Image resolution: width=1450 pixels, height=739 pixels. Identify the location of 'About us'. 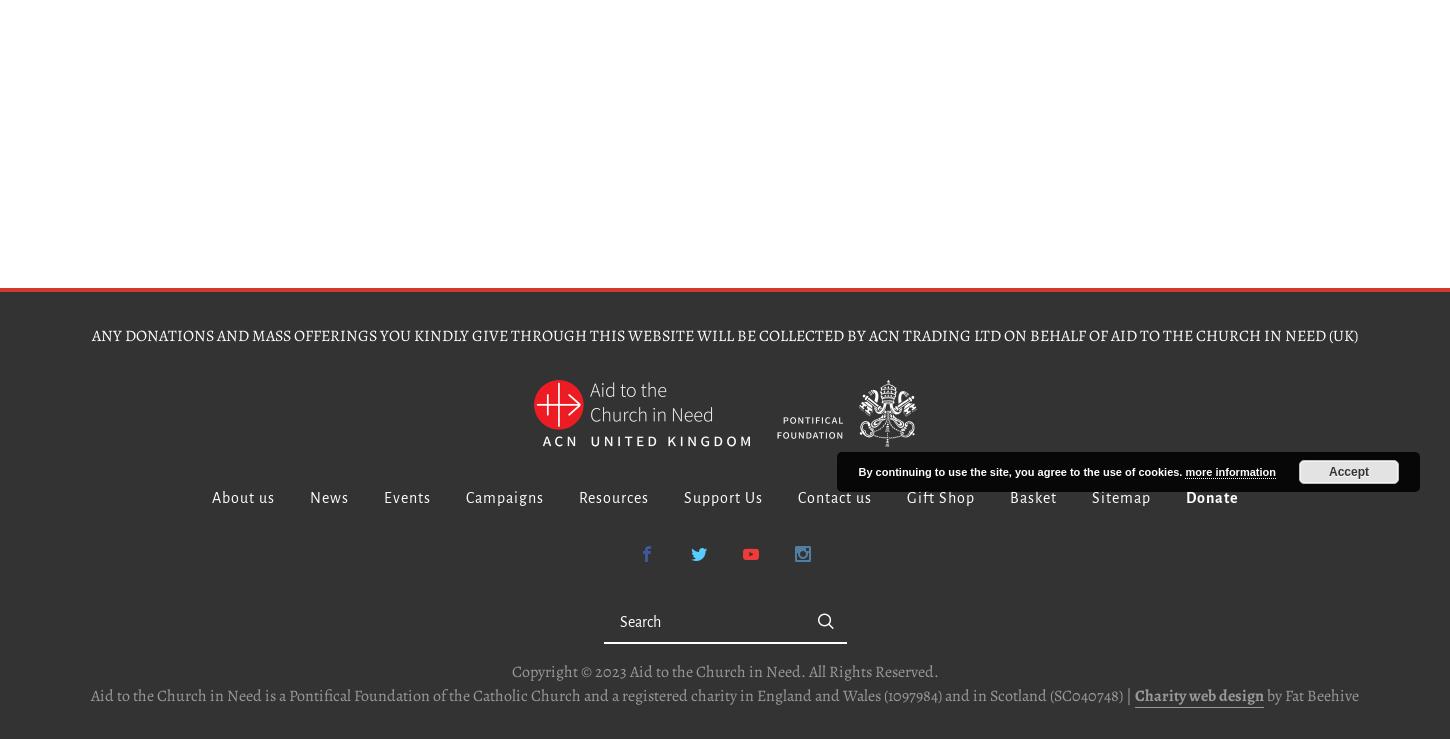
(242, 497).